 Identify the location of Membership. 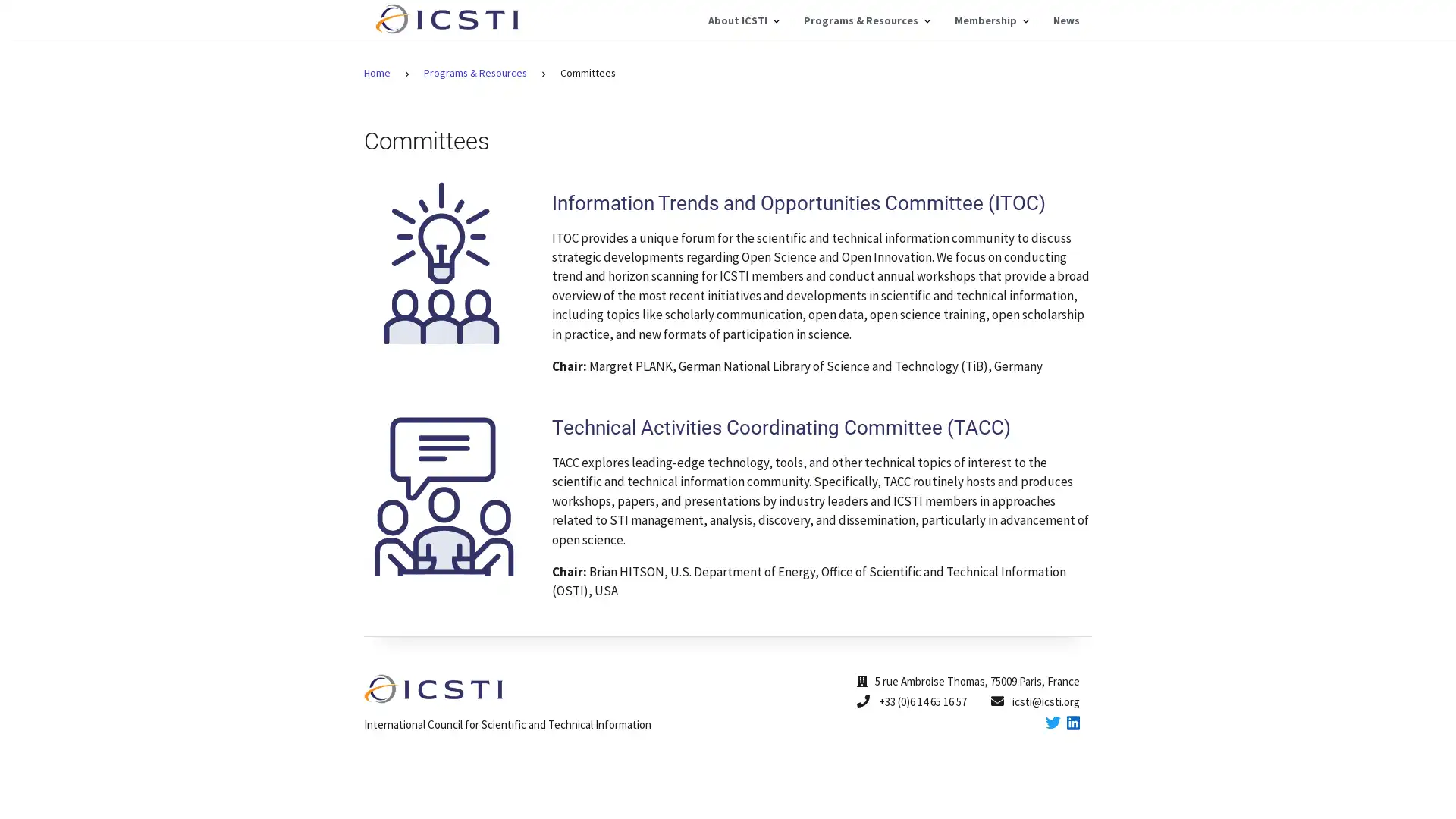
(991, 20).